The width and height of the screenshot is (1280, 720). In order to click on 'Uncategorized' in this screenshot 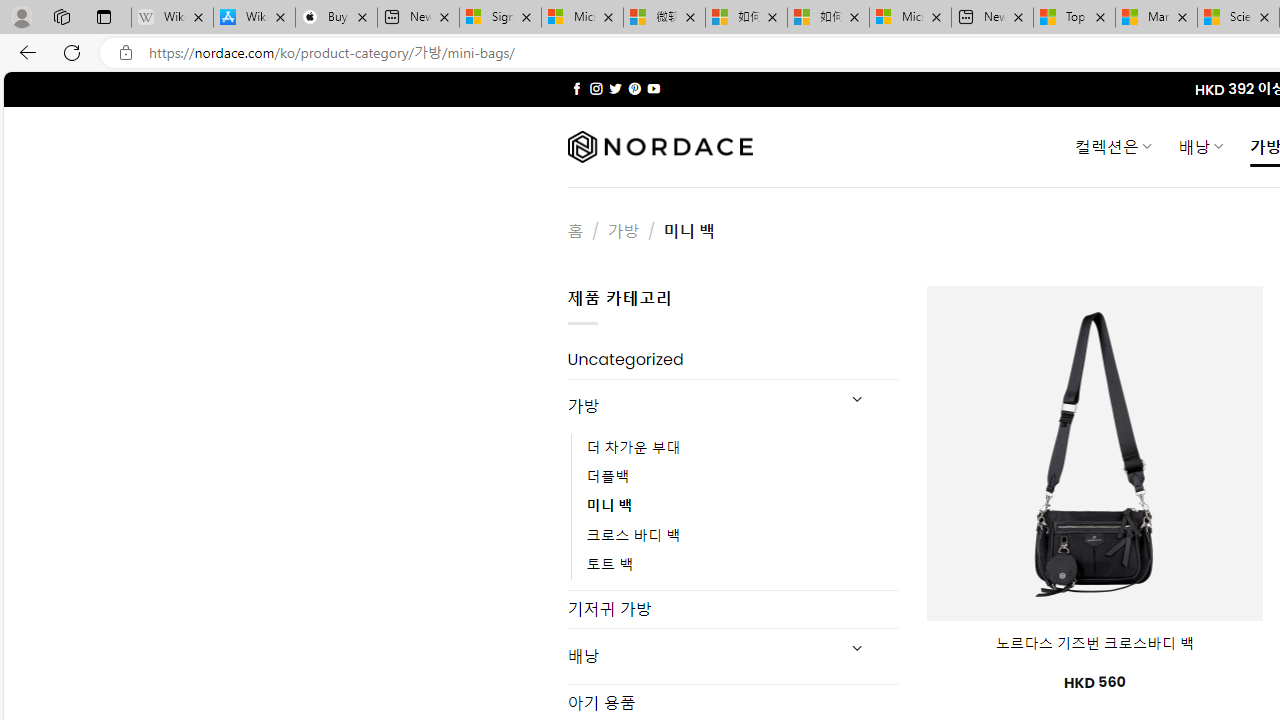, I will do `click(731, 360)`.